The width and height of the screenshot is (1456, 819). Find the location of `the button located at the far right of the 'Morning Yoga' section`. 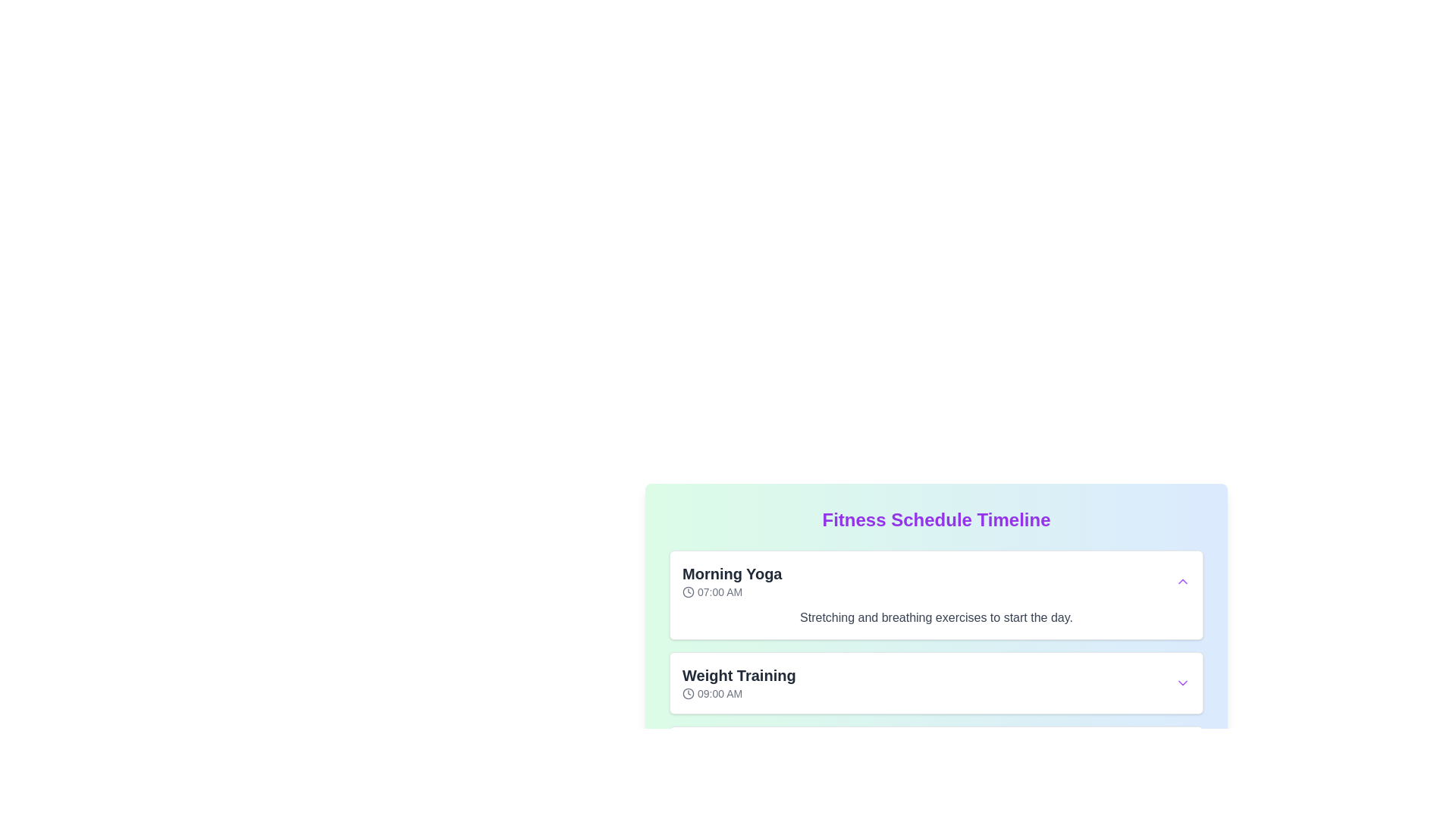

the button located at the far right of the 'Morning Yoga' section is located at coordinates (1182, 581).